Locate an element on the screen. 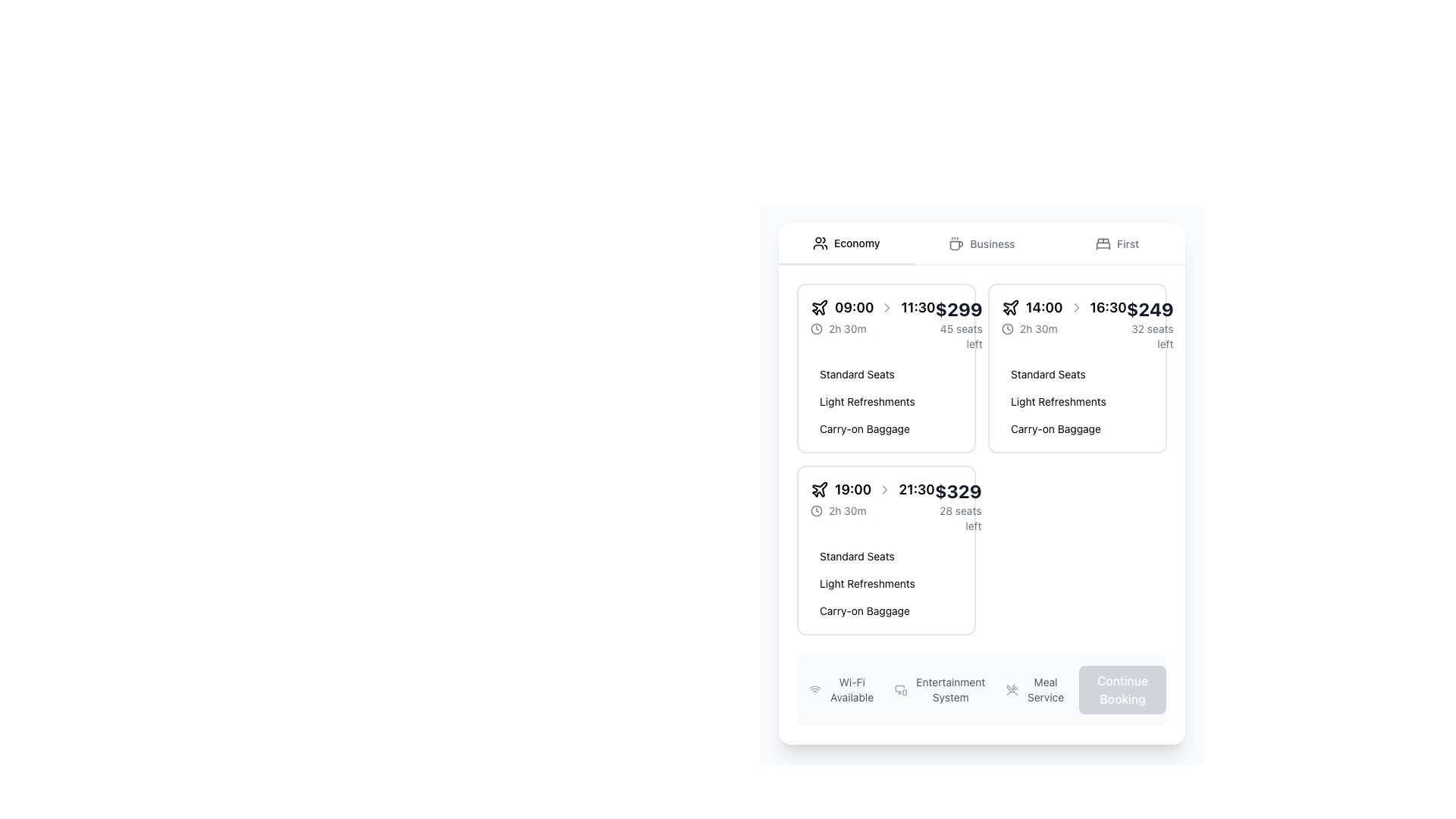 The image size is (1456, 819). the group of text labels styled as badges or tags that includes 'Standard Seats', 'Light Refreshments', and 'Carry-on Baggage', located at the bottom-right section of the card is located at coordinates (1076, 400).